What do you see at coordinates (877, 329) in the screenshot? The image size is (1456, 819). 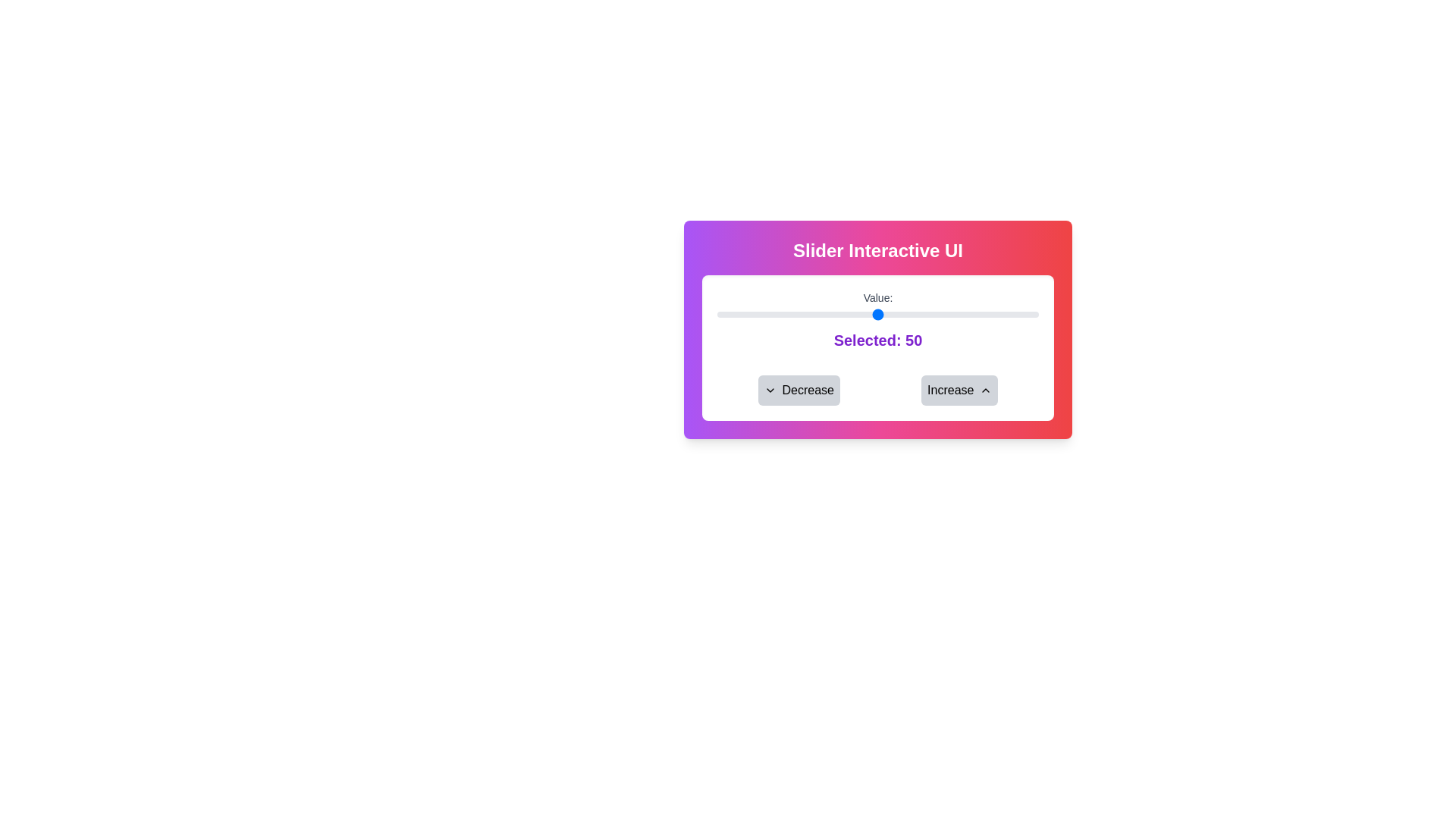 I see `the interactive slider of the component with a gradient background from purple` at bounding box center [877, 329].